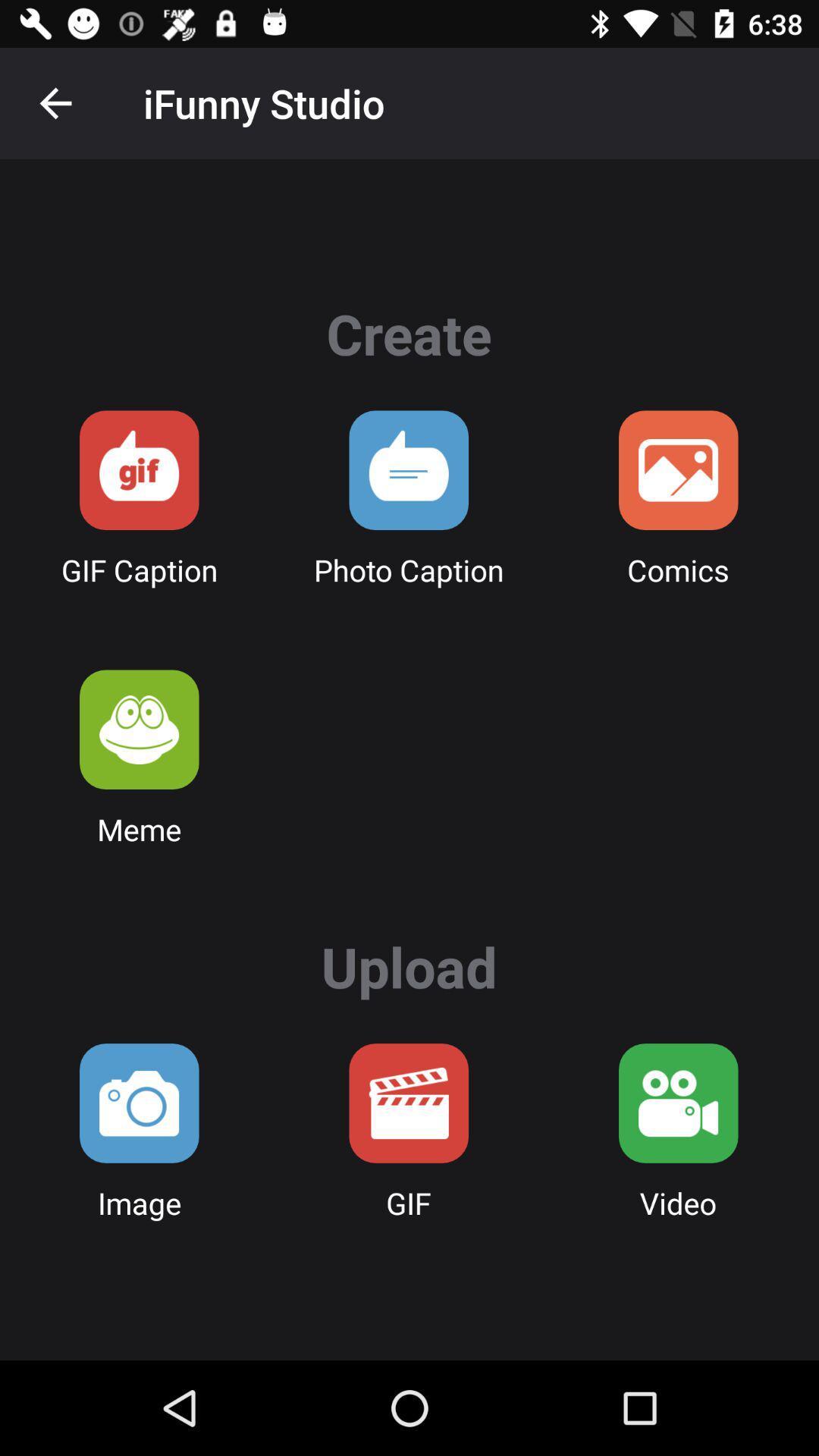 Image resolution: width=819 pixels, height=1456 pixels. I want to click on a gift, so click(139, 469).